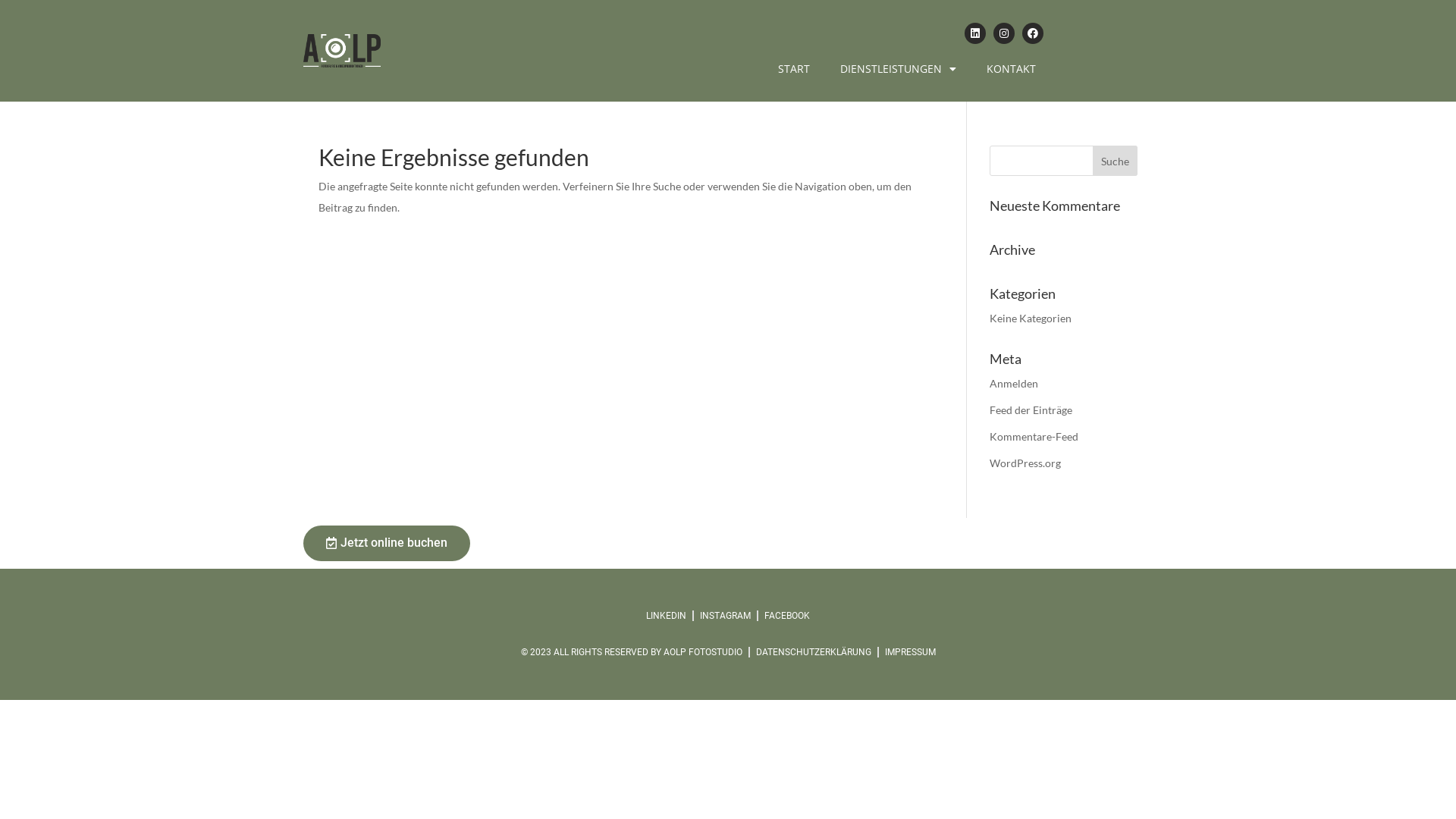  I want to click on 'KONTAKT', so click(1011, 69).